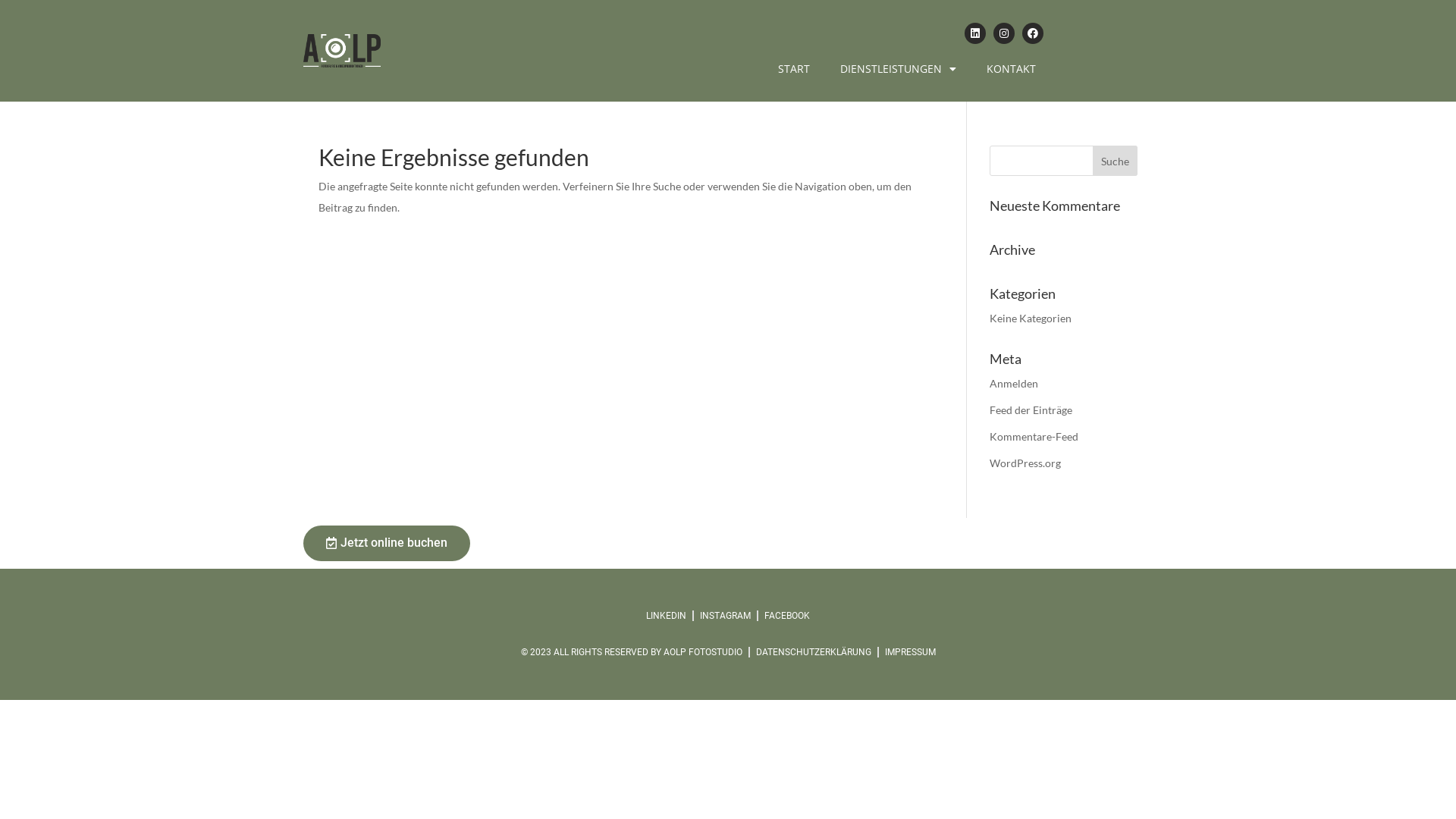  I want to click on 'KONTAKT', so click(1011, 69).